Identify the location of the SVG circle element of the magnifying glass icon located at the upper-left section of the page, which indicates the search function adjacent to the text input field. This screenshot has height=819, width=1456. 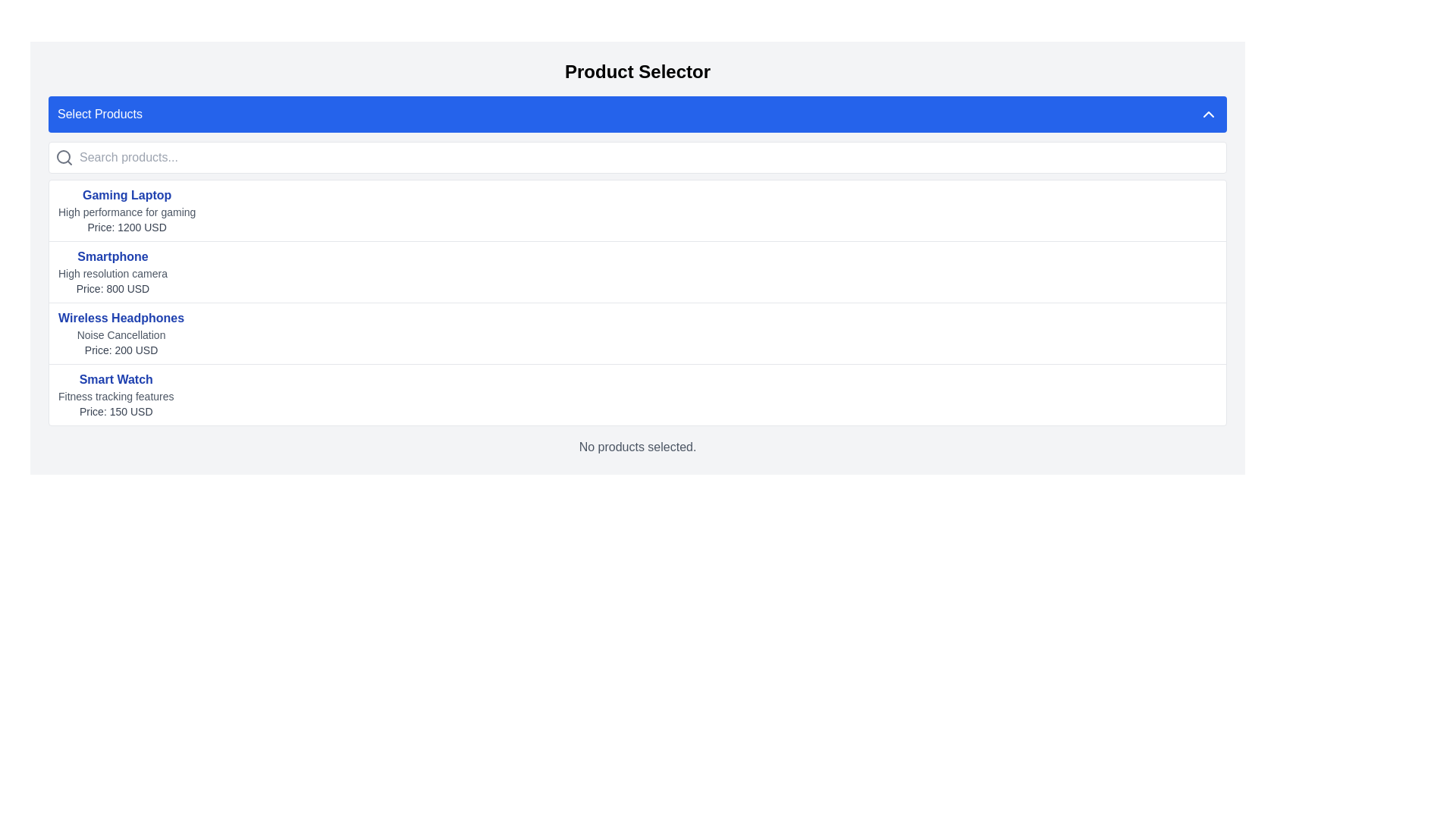
(62, 157).